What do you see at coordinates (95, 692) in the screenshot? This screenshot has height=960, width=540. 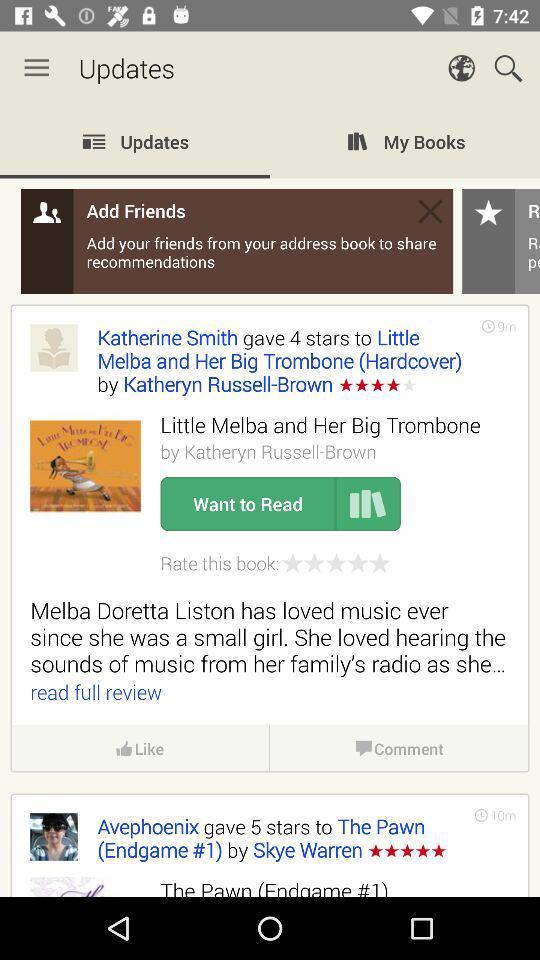 I see `the read full review icon` at bounding box center [95, 692].